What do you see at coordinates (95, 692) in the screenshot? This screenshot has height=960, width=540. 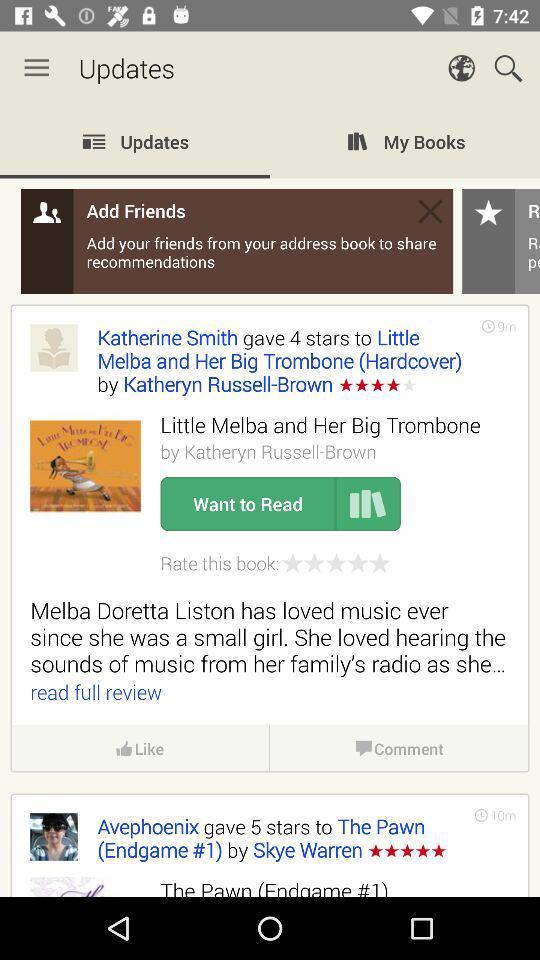 I see `the read full review icon` at bounding box center [95, 692].